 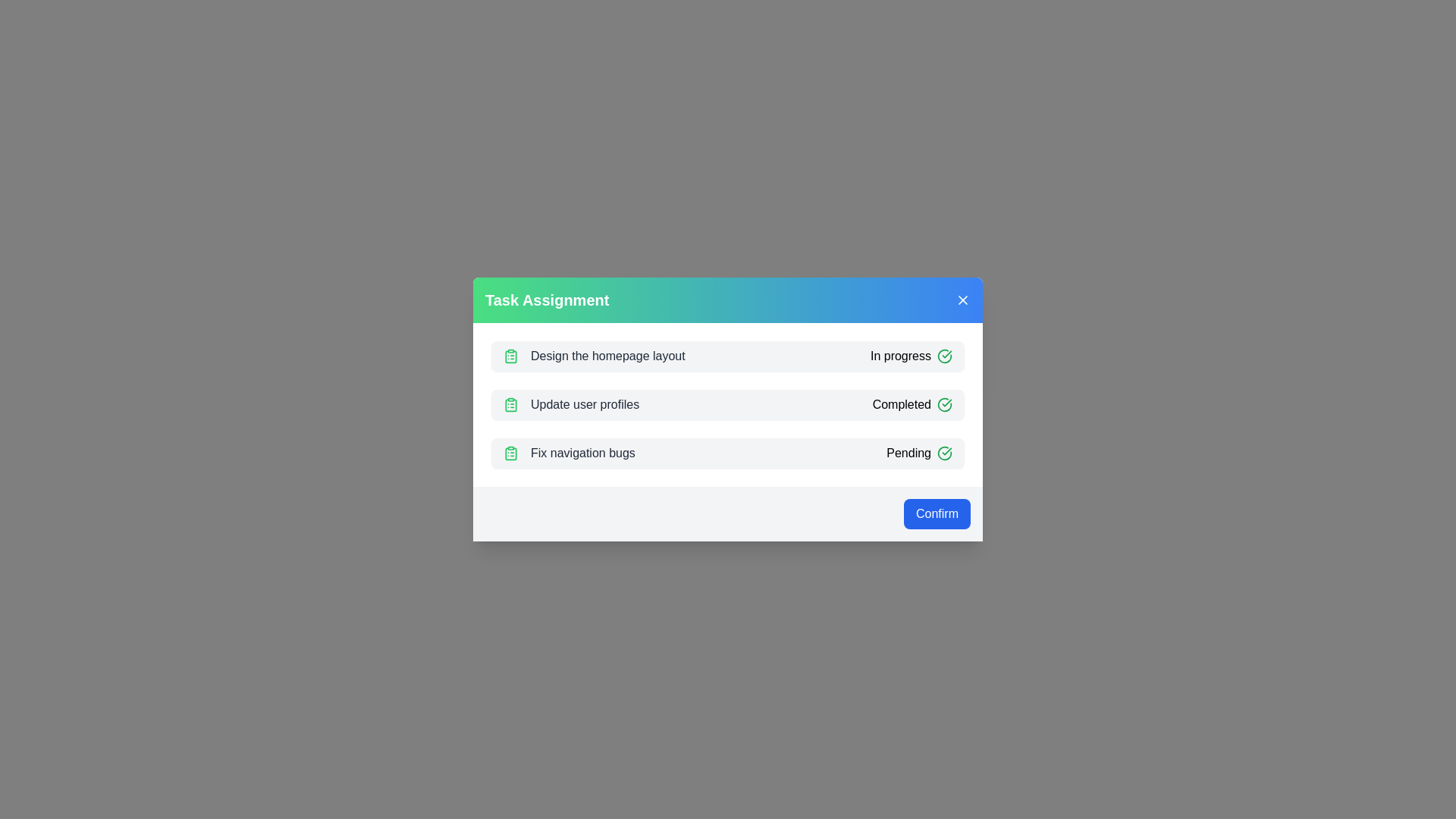 What do you see at coordinates (918, 452) in the screenshot?
I see `the green checkmark icon next to the 'Pending' label to change the task status from 'Pending' to 'Completed'` at bounding box center [918, 452].